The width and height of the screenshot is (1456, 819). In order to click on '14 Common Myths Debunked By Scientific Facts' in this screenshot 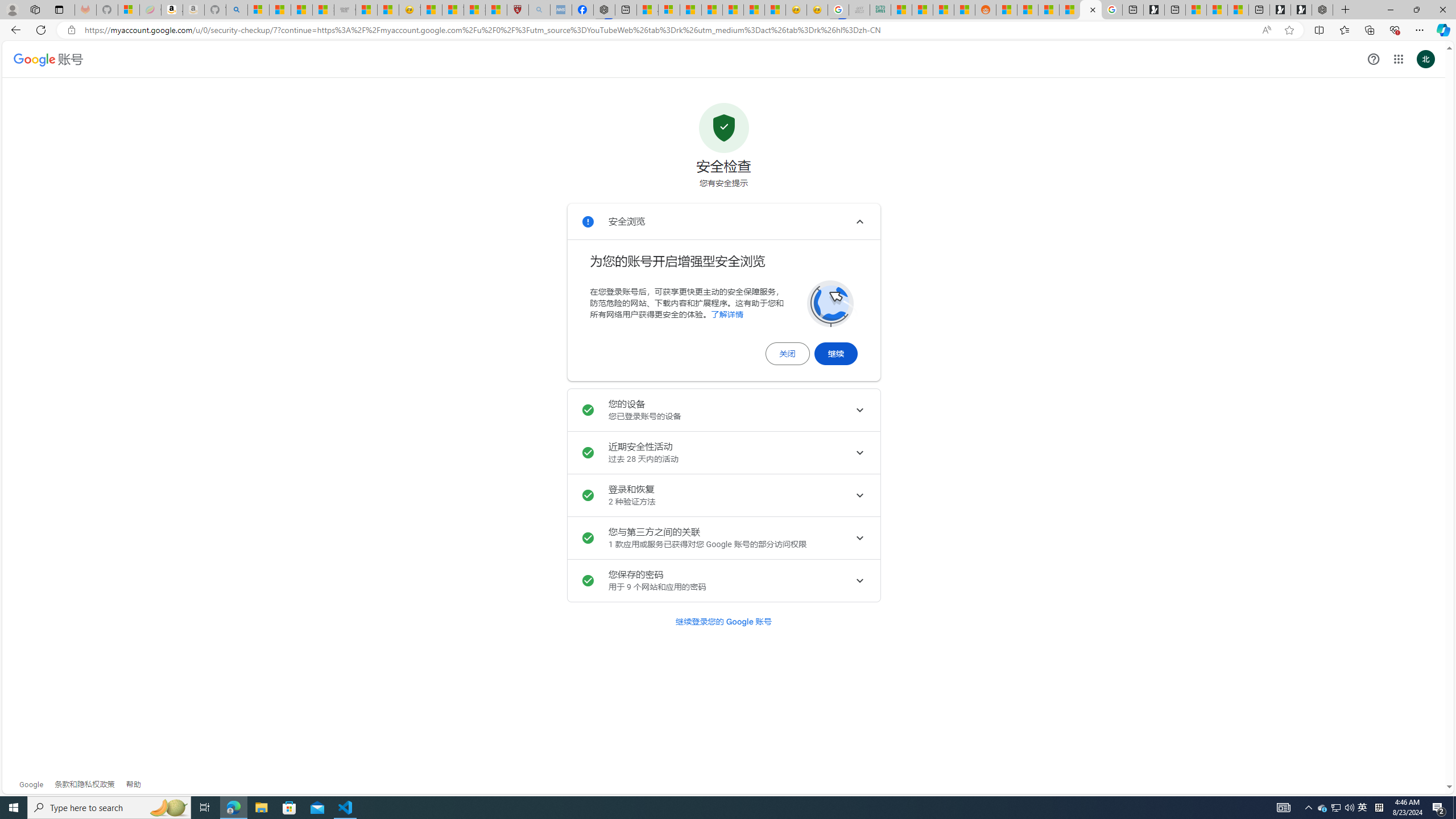, I will do `click(712, 9)`.